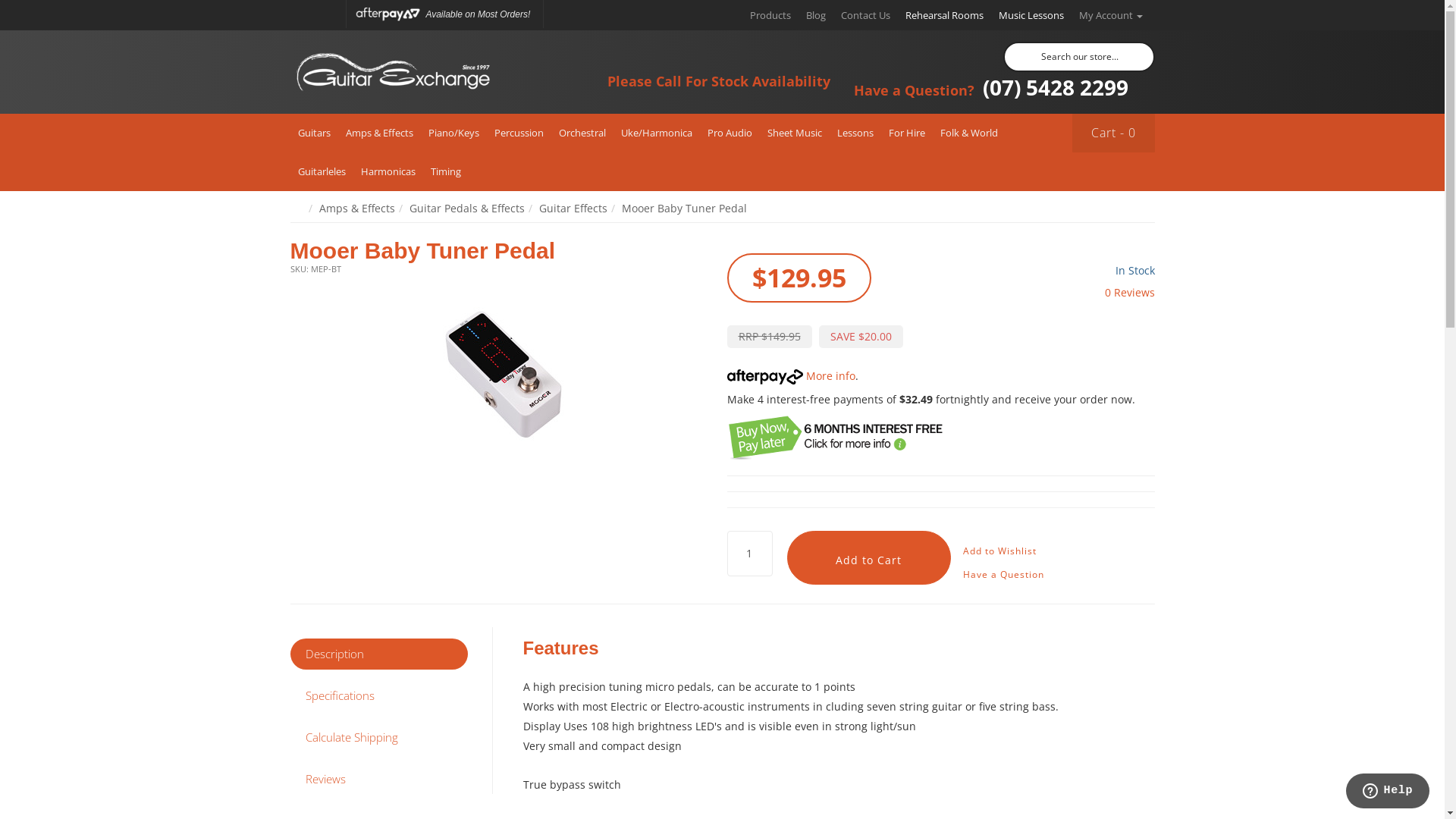  I want to click on 'Uke/Harmonica', so click(655, 132).